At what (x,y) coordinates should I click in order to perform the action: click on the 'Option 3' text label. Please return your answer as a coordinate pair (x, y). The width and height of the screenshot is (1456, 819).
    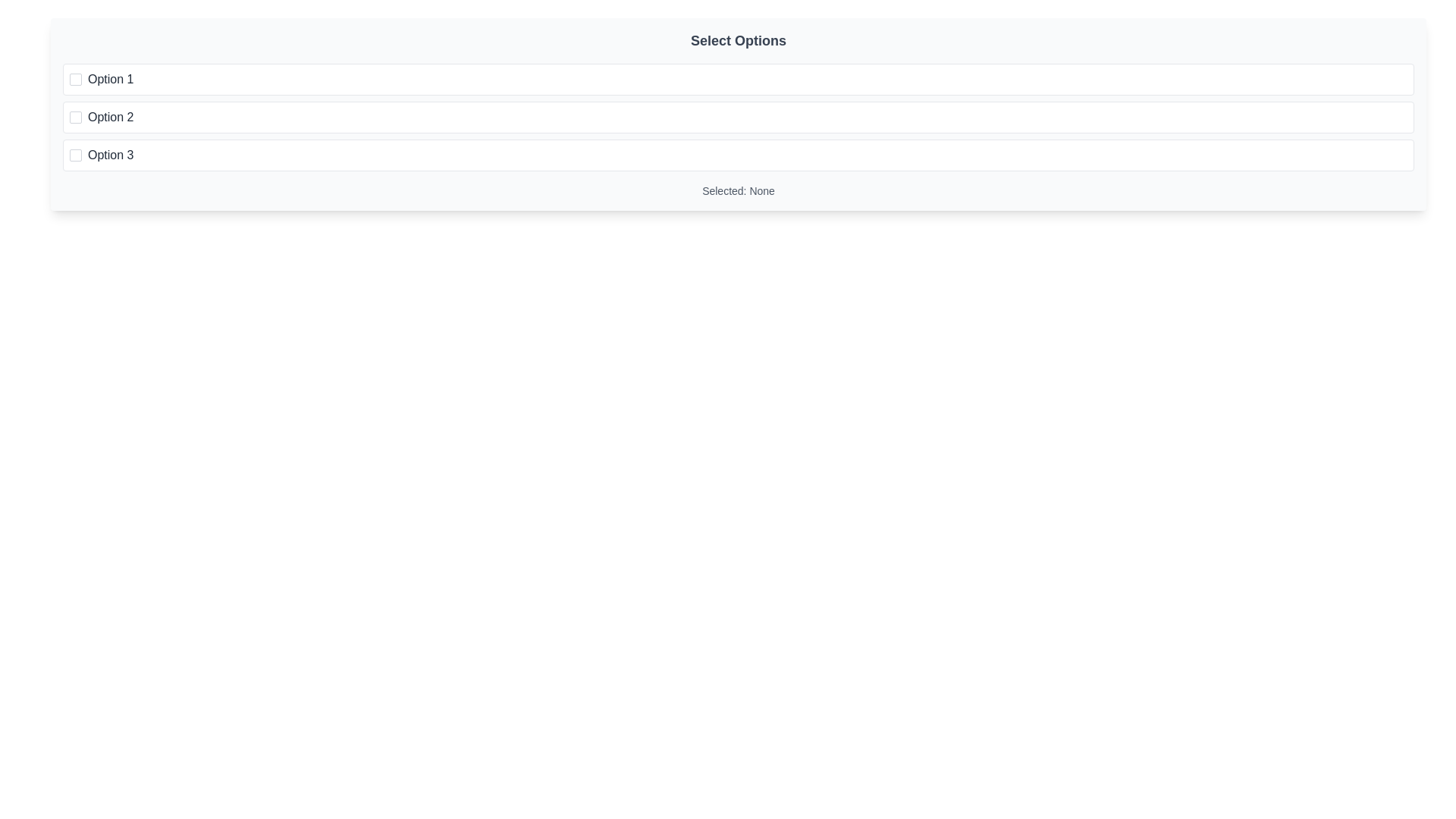
    Looking at the image, I should click on (110, 155).